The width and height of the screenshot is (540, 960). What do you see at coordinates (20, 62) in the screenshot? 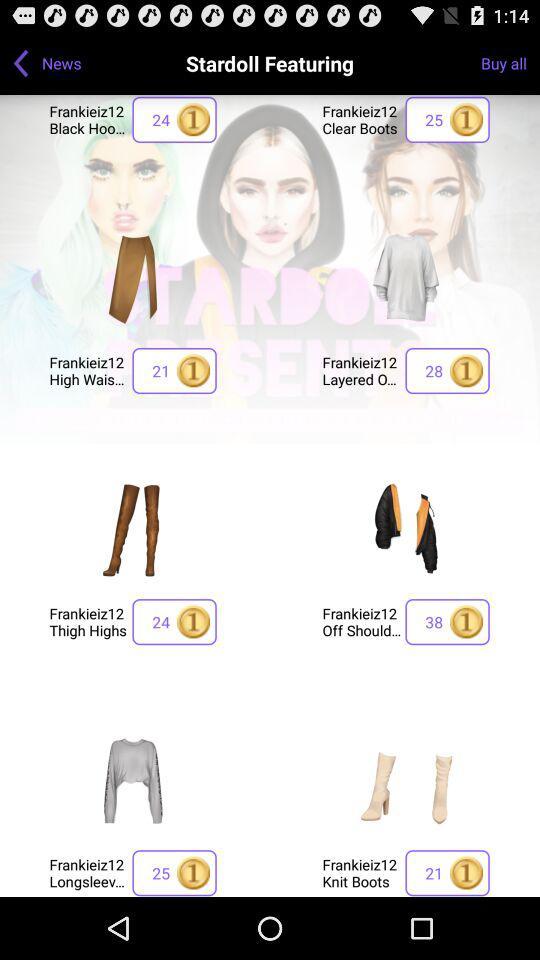
I see `return to previous page` at bounding box center [20, 62].